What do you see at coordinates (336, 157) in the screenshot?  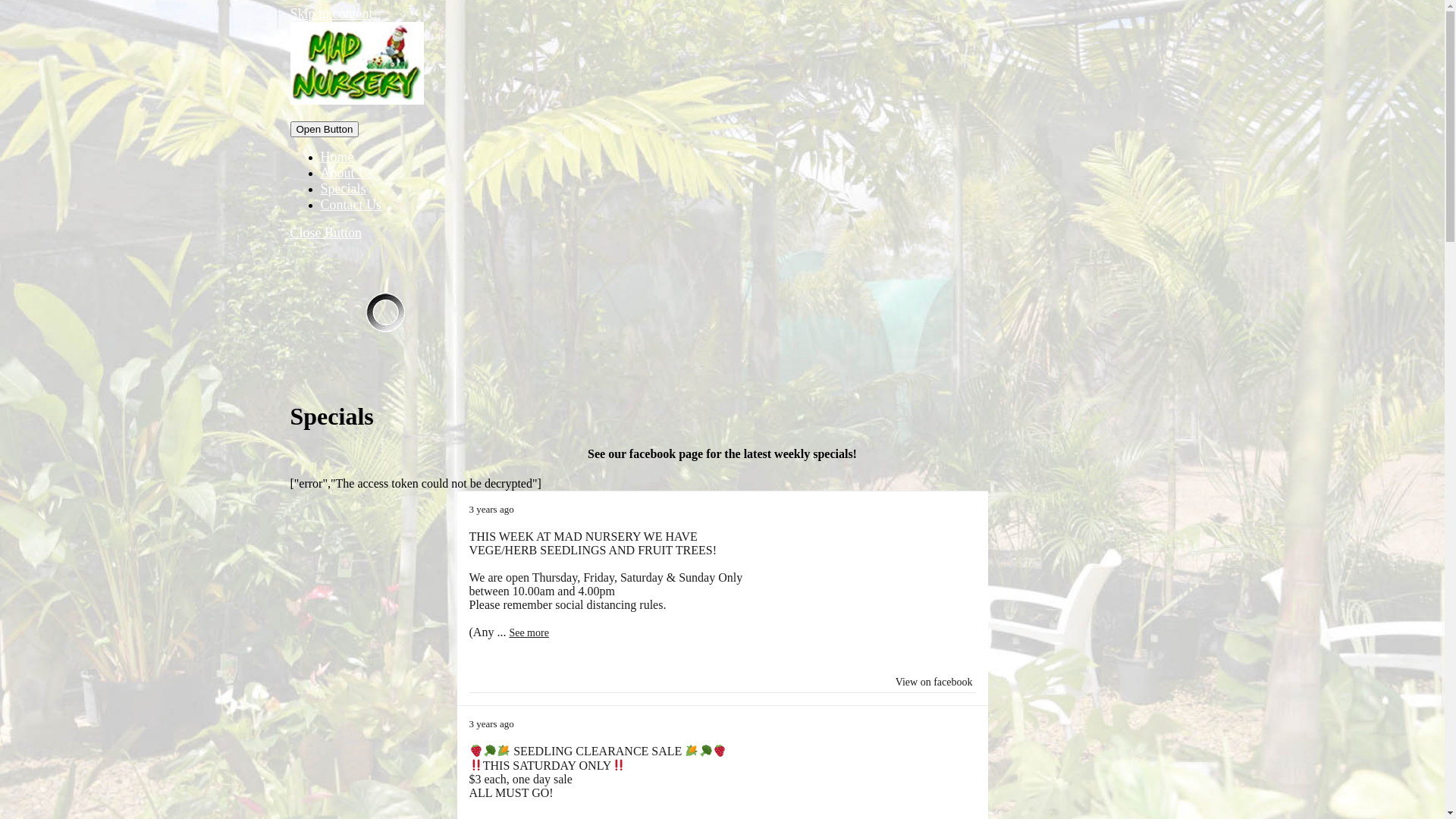 I see `'Home'` at bounding box center [336, 157].